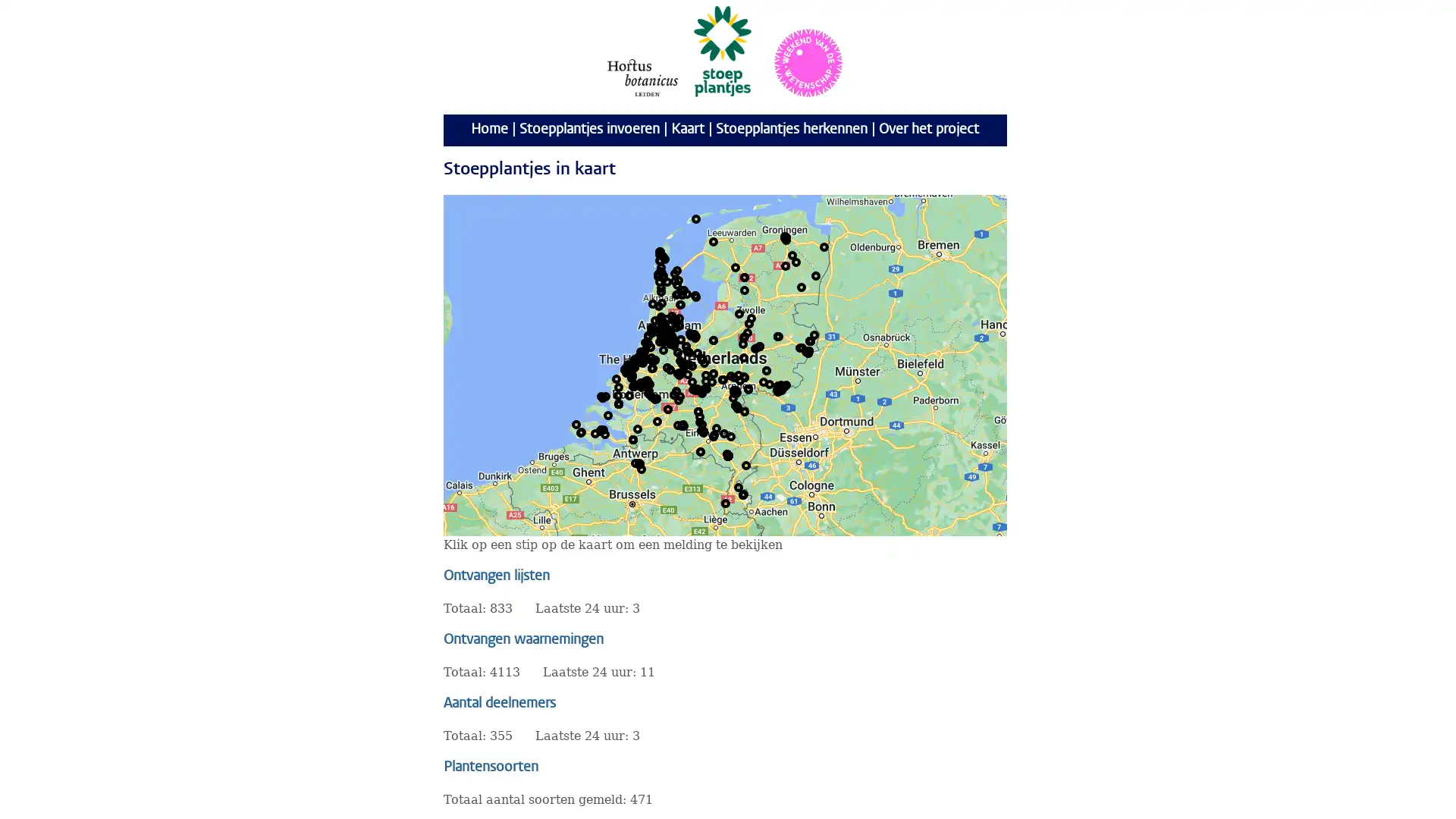 The height and width of the screenshot is (819, 1456). Describe the element at coordinates (669, 333) in the screenshot. I see `Telling van famke op 21 april 2022` at that location.